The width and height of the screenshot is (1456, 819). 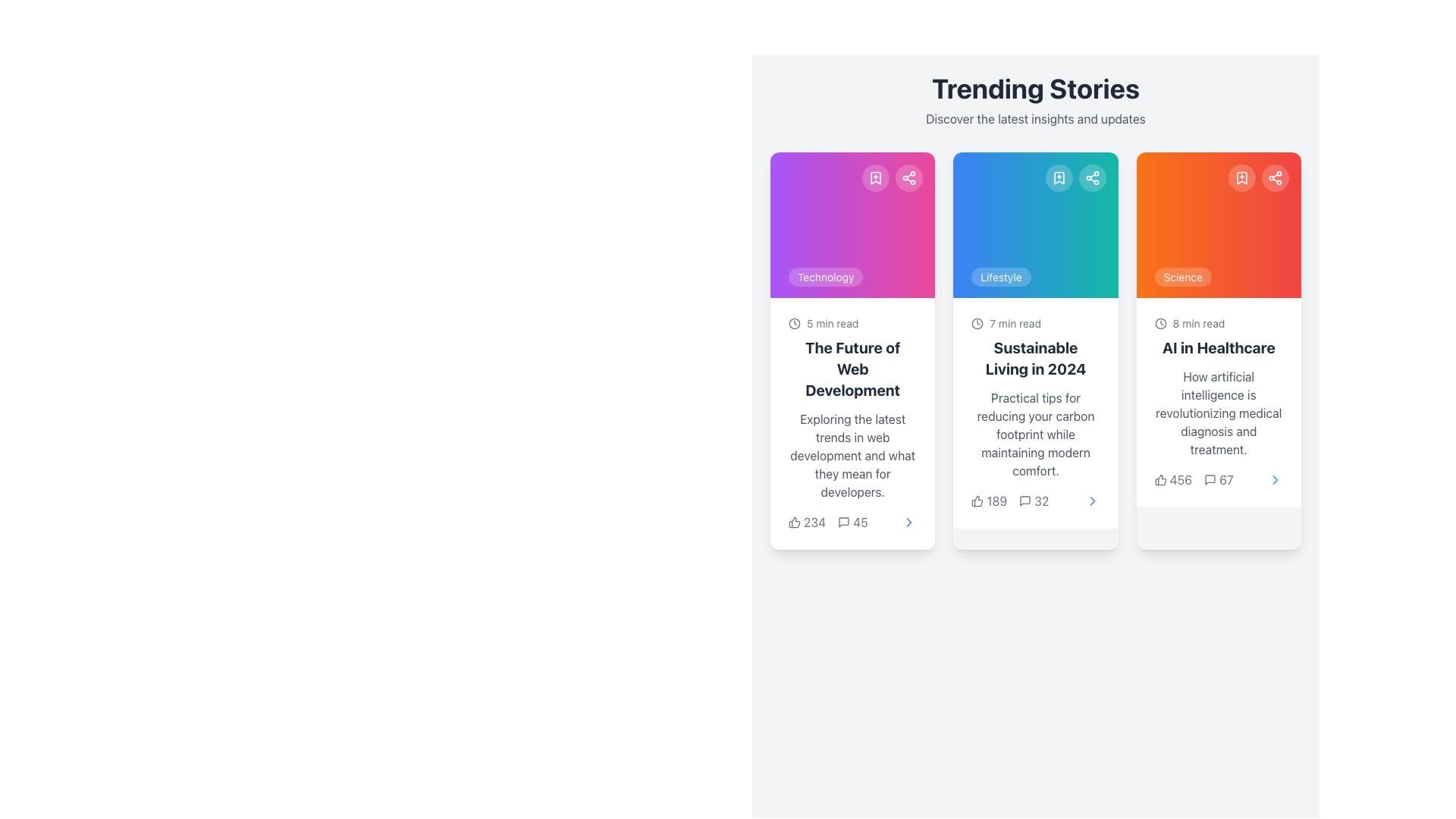 I want to click on the small 'share' icon located in the top-right corner of the 'Technology' card in the 'Trending Stories' section, so click(x=909, y=177).